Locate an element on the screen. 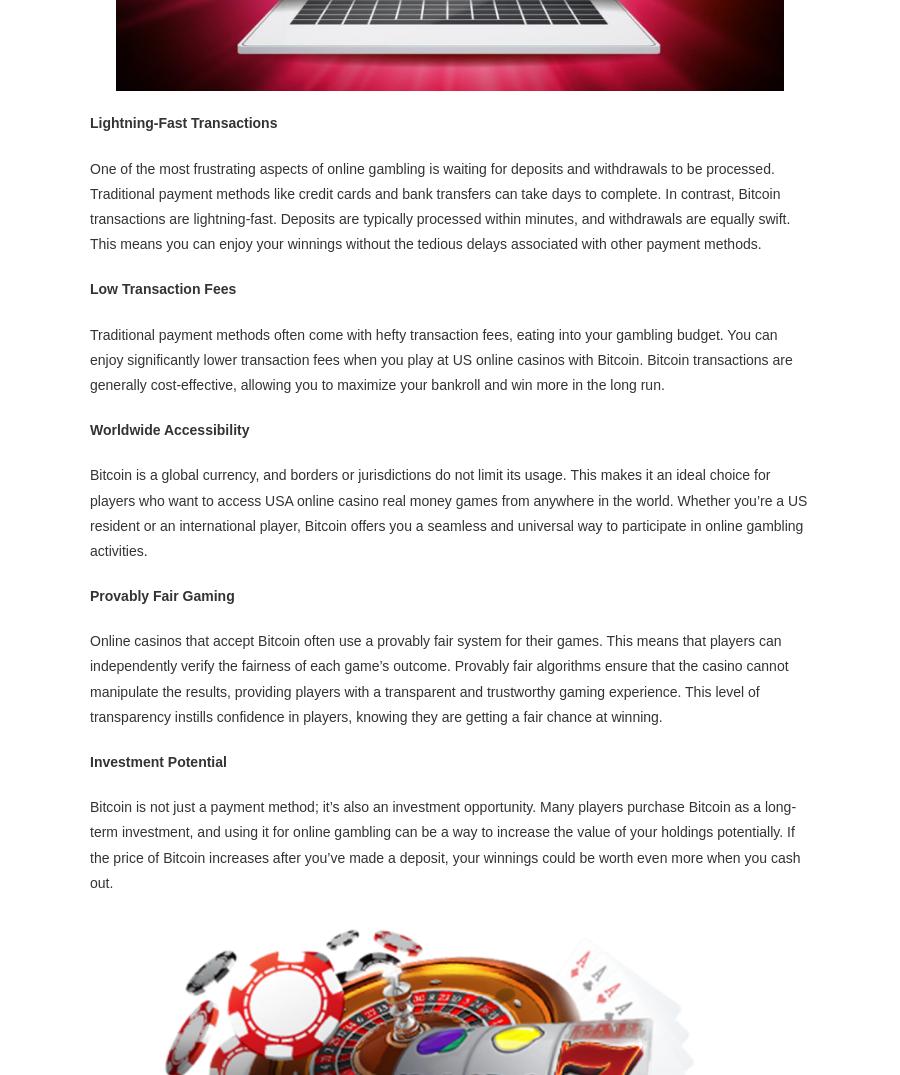 This screenshot has width=900, height=1075. 'Lightning-Fast Transactions' is located at coordinates (183, 121).